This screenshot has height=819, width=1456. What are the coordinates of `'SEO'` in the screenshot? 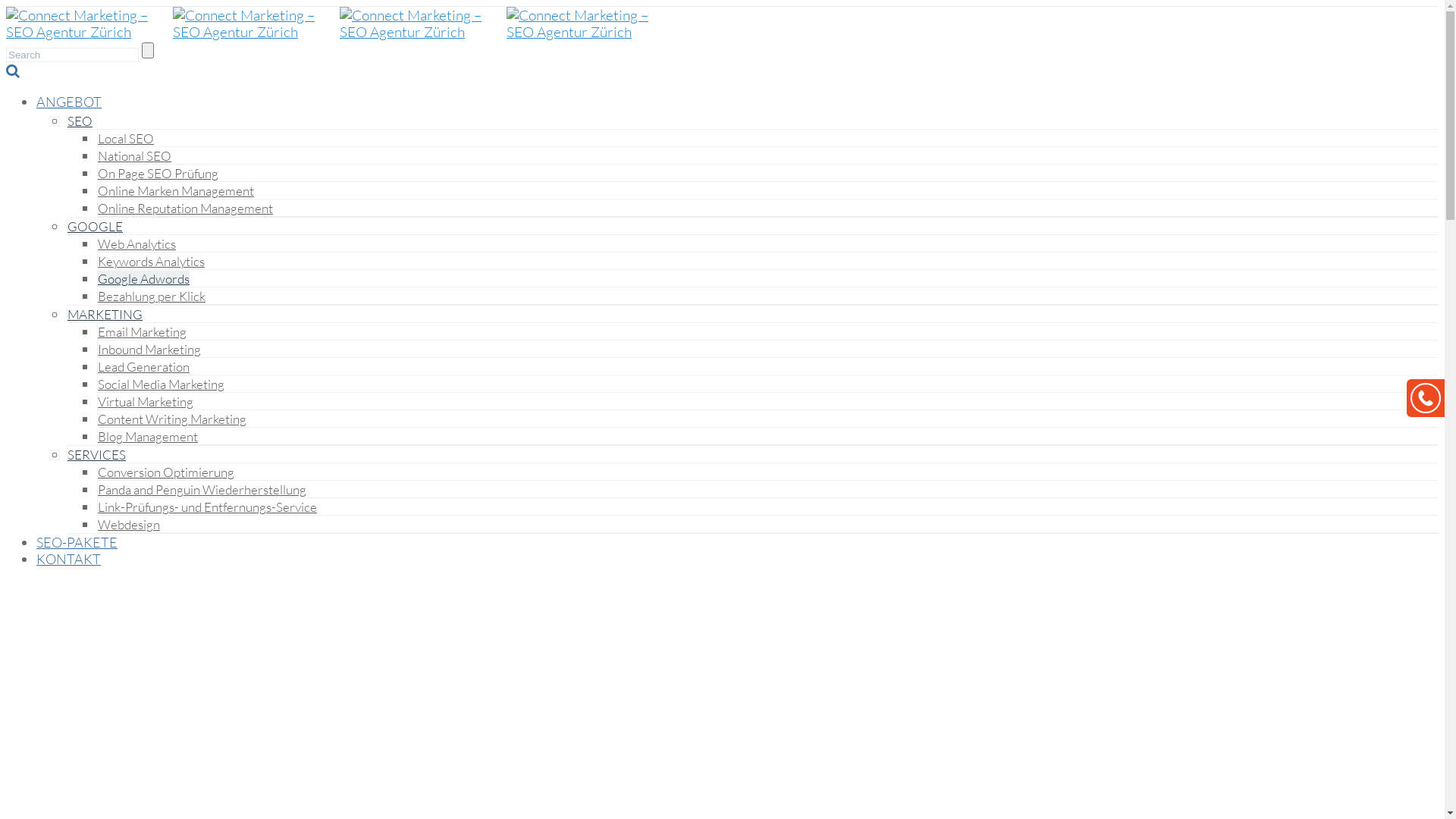 It's located at (65, 120).